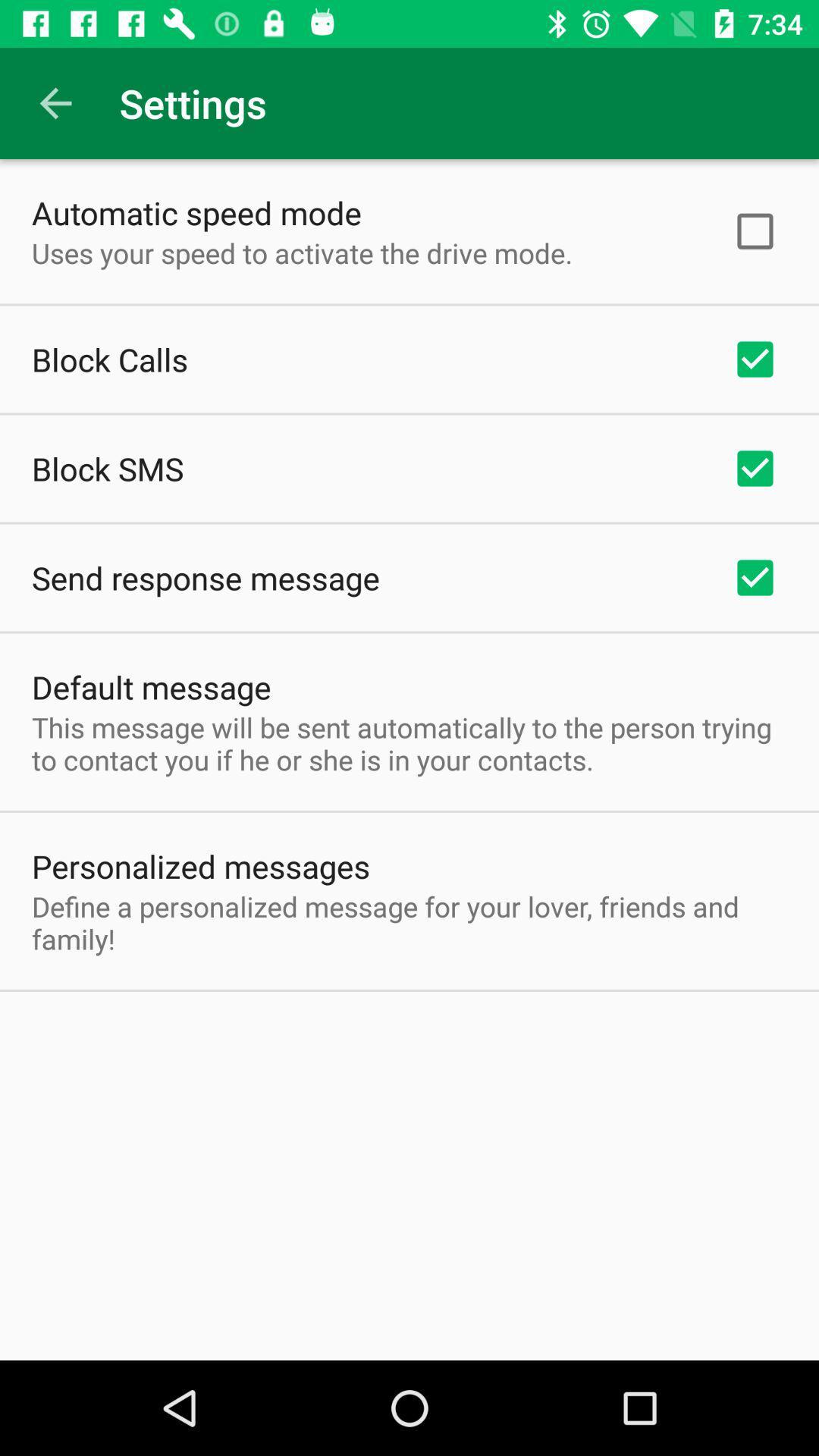 The width and height of the screenshot is (819, 1456). I want to click on item above the this message will icon, so click(151, 686).